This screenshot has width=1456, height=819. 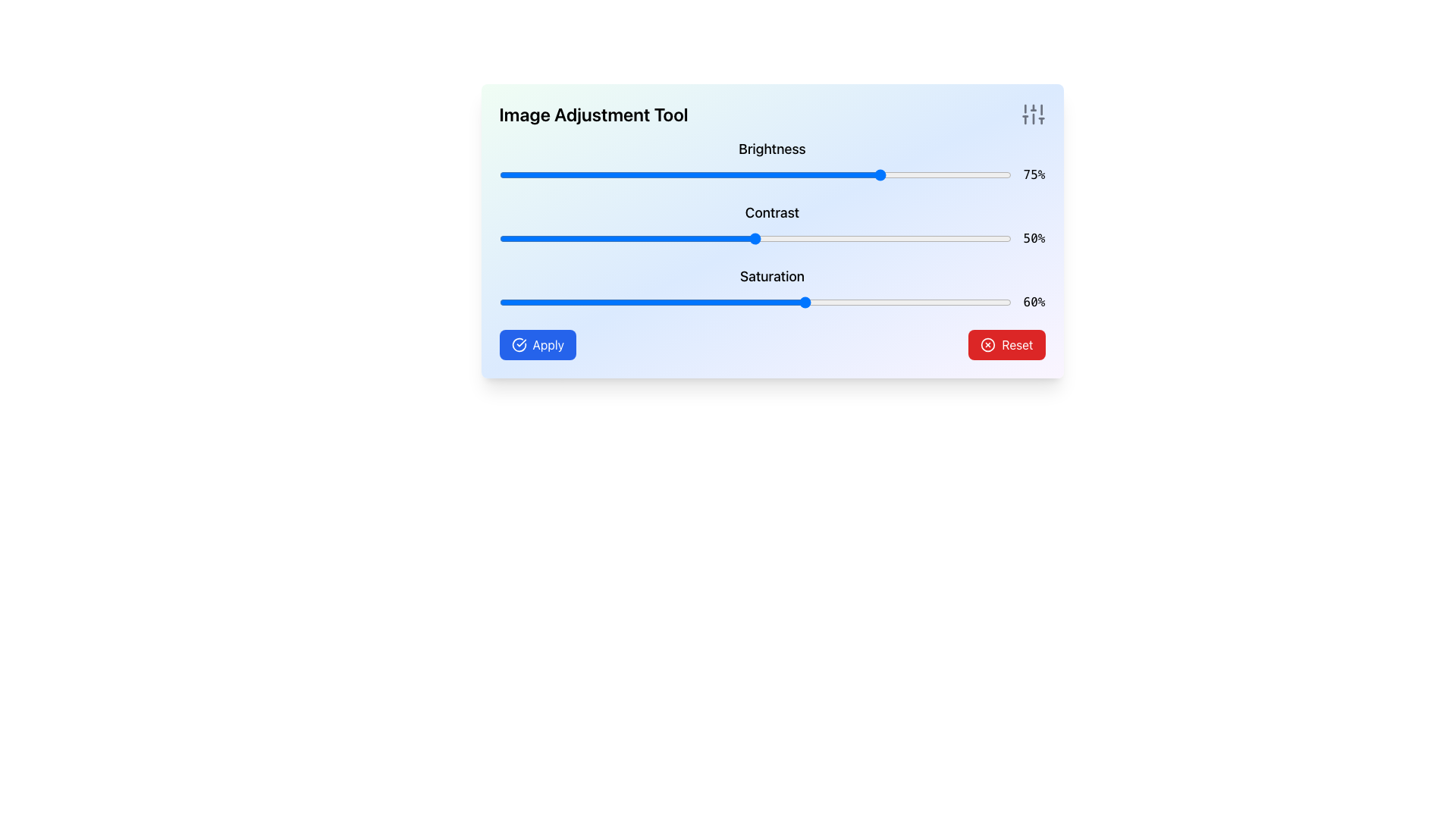 What do you see at coordinates (525, 302) in the screenshot?
I see `the saturation` at bounding box center [525, 302].